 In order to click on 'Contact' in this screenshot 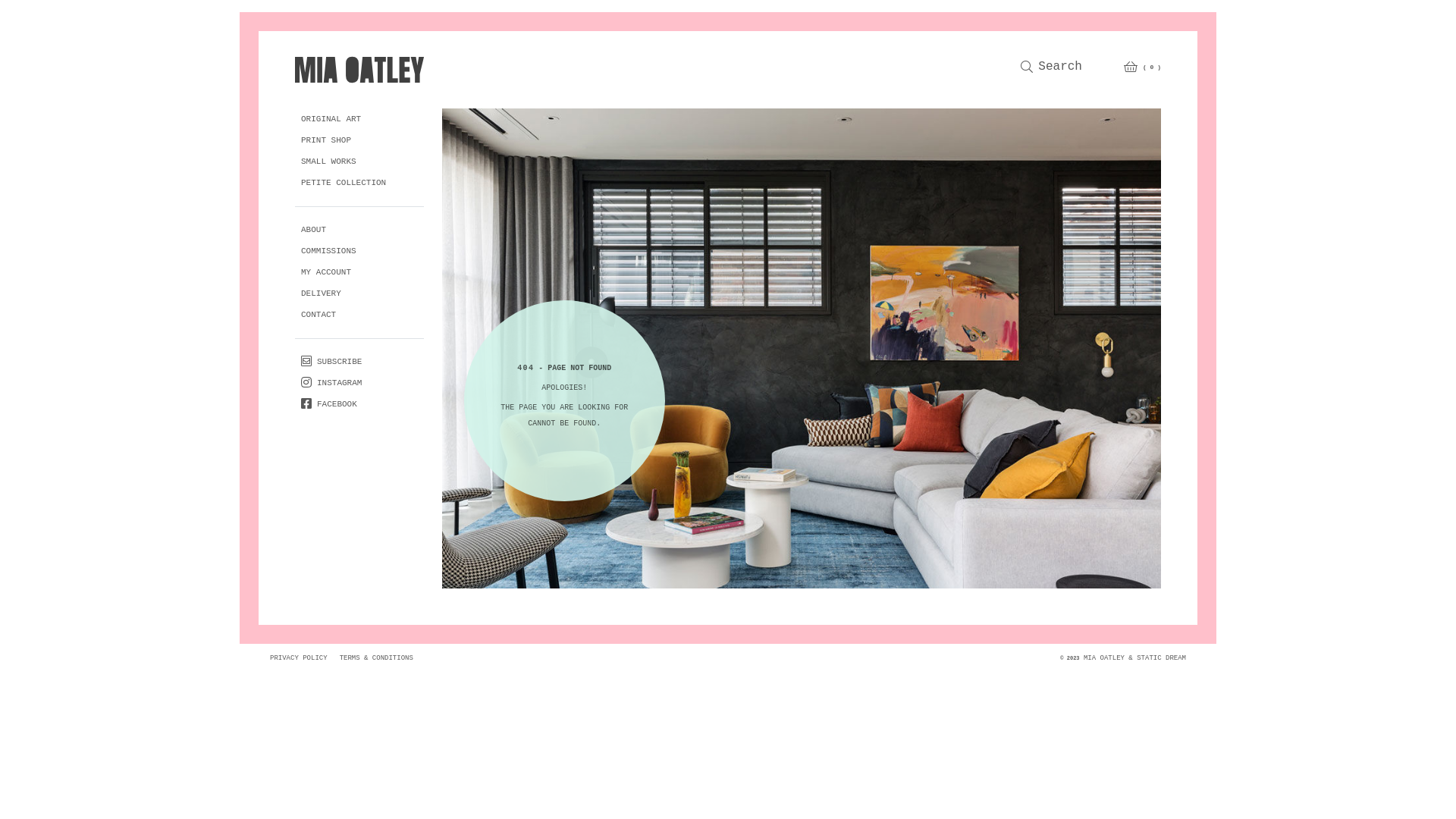, I will do `click(318, 315)`.